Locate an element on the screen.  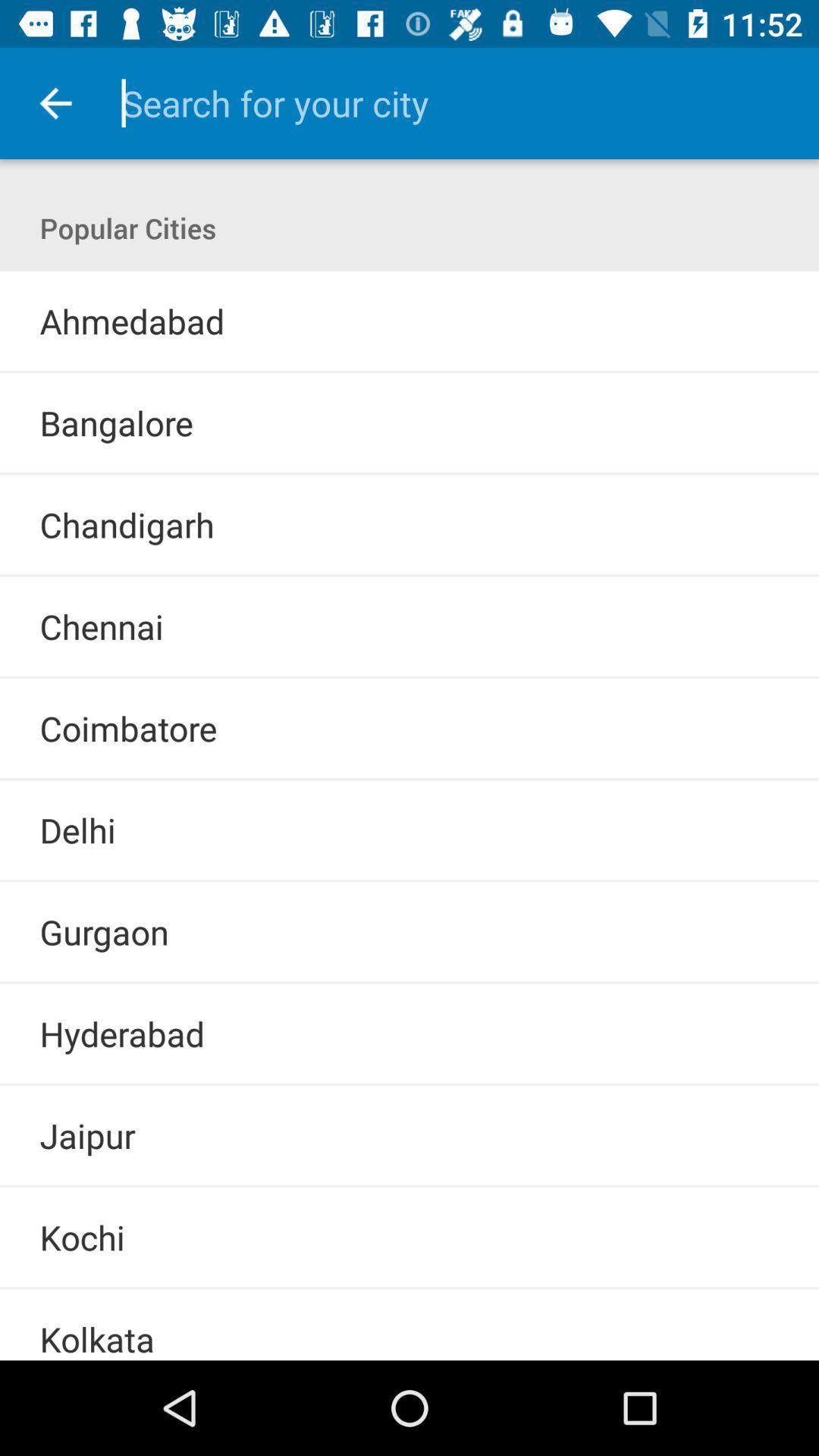
the hyderabad icon is located at coordinates (121, 1033).